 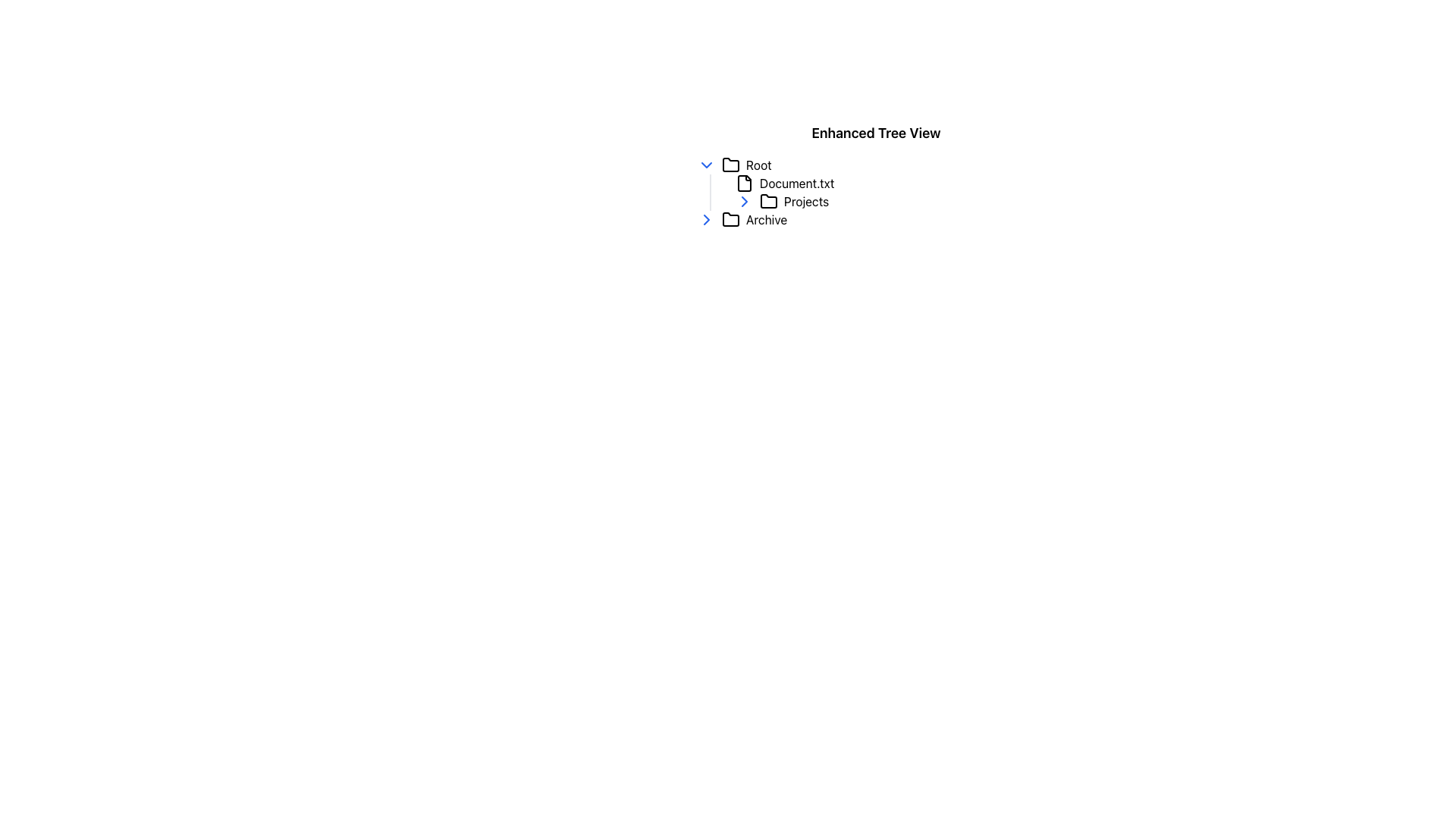 I want to click on the chevron icon, so click(x=705, y=165).